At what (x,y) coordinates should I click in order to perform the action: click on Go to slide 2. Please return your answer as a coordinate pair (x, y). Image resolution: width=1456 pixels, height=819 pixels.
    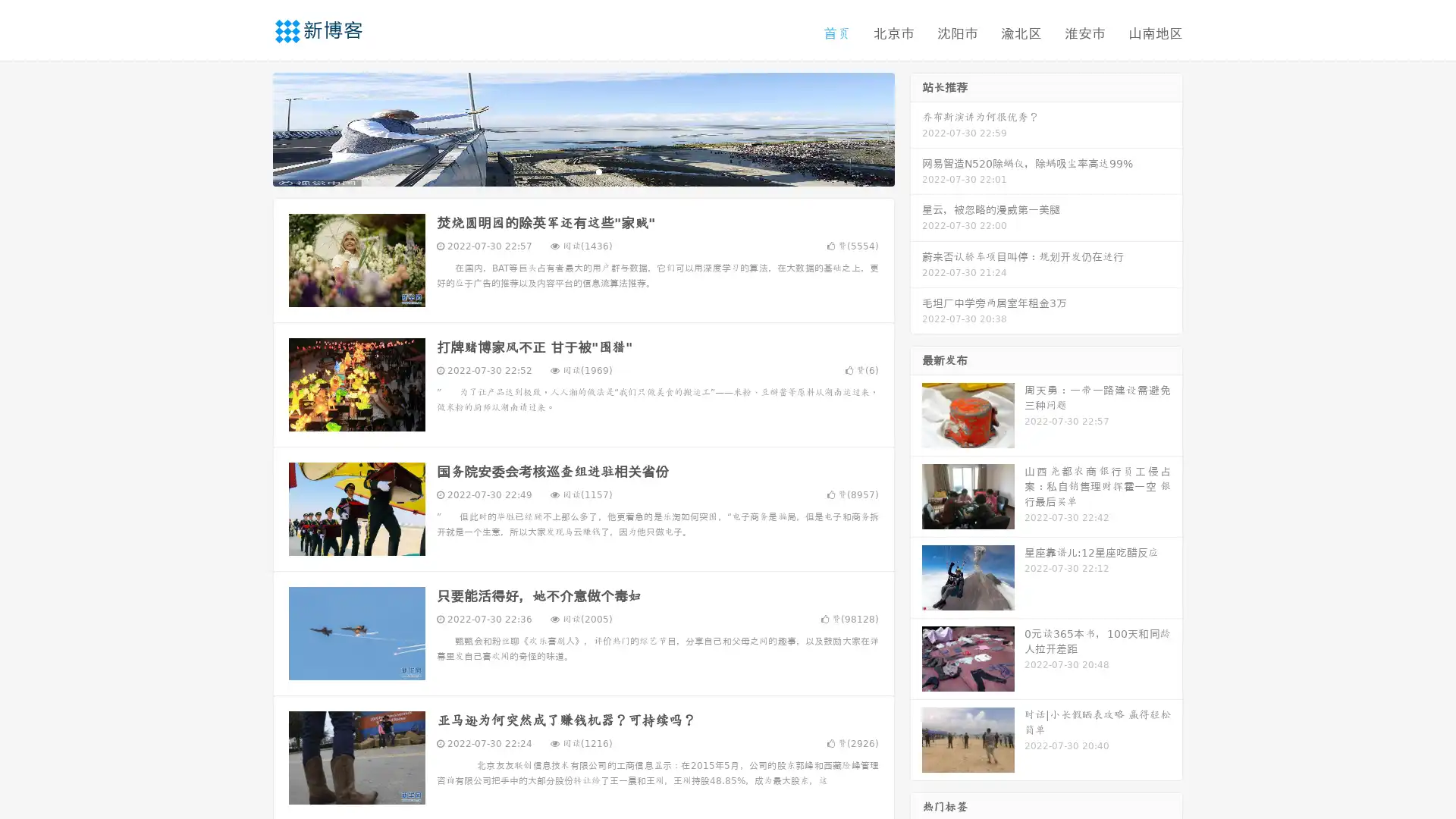
    Looking at the image, I should click on (582, 171).